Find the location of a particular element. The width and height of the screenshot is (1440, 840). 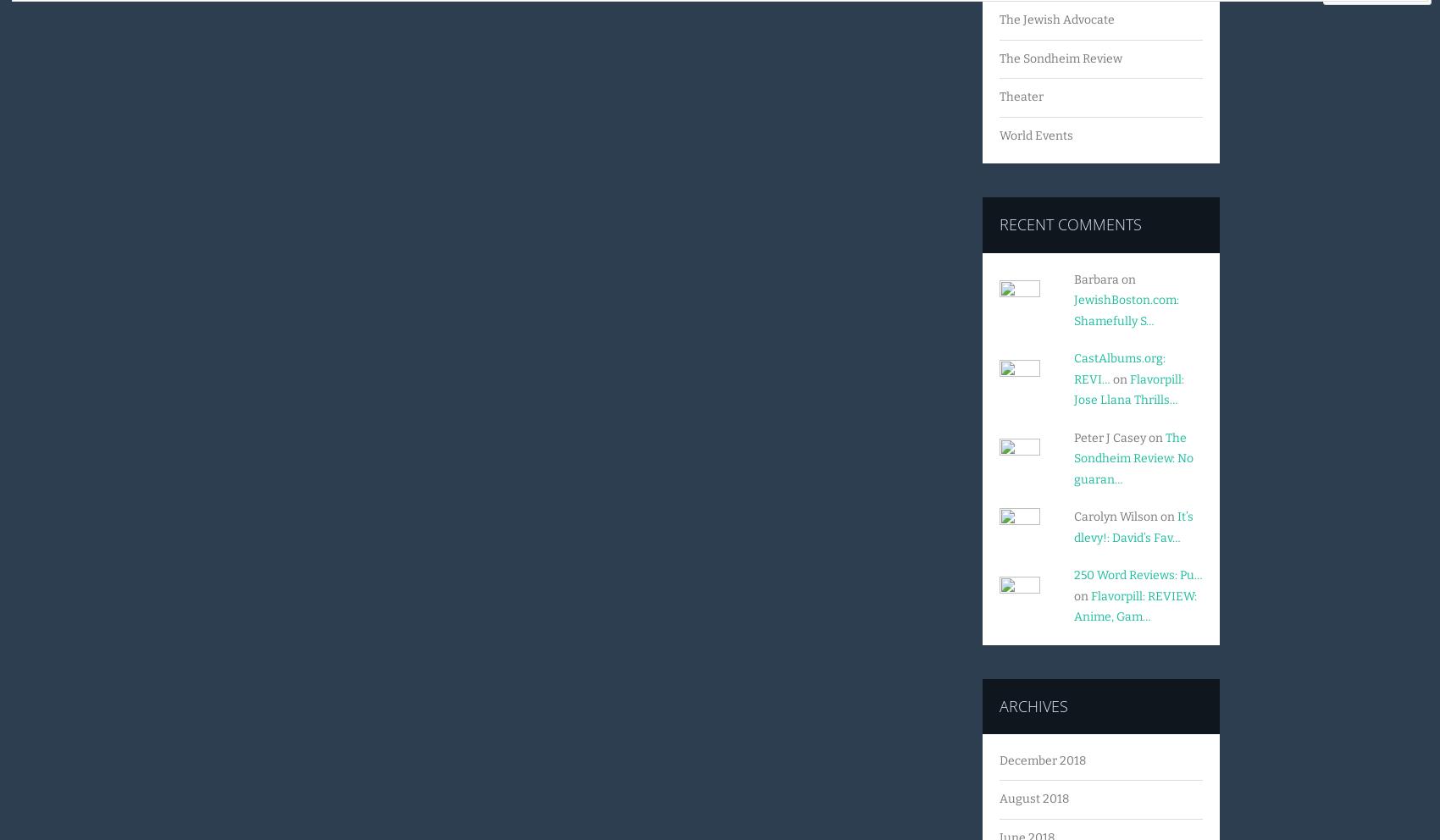

'Theater' is located at coordinates (1020, 96).